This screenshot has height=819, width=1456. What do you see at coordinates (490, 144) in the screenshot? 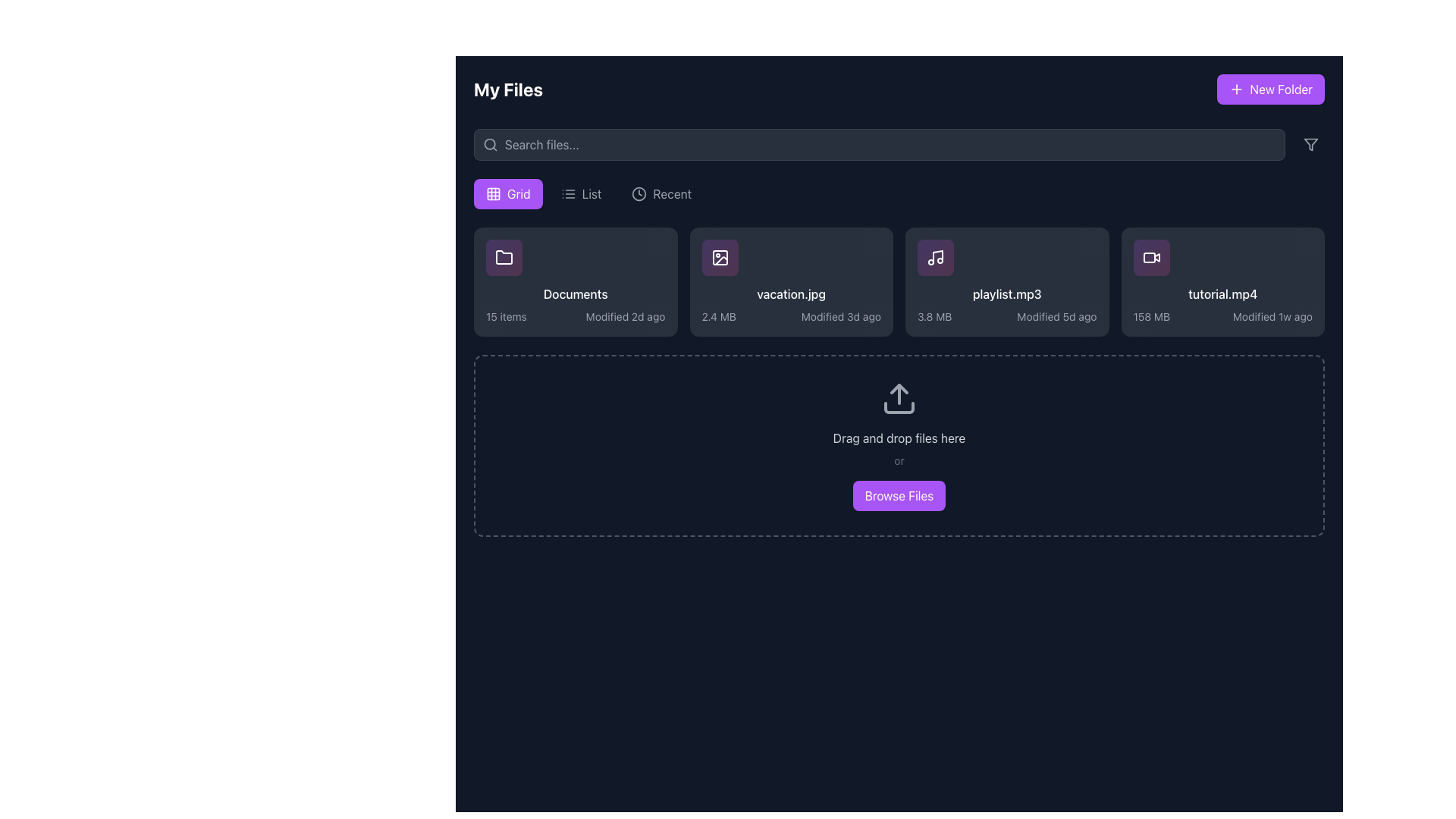
I see `the circular SVG element that is part of the search icon, located adjacent to the 'Search files…' input field` at bounding box center [490, 144].